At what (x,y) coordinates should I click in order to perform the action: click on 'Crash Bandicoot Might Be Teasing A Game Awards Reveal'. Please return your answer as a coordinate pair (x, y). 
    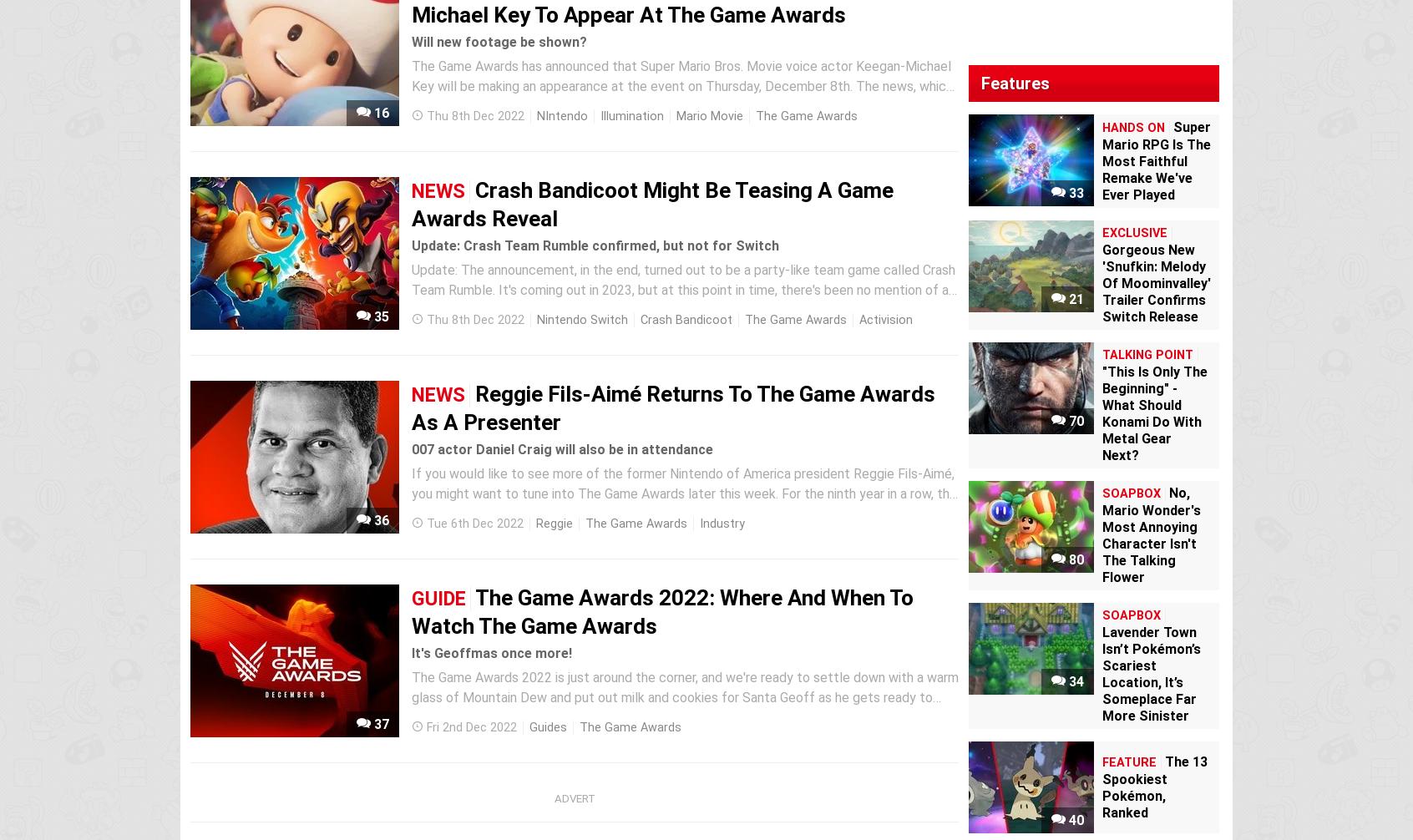
    Looking at the image, I should click on (652, 204).